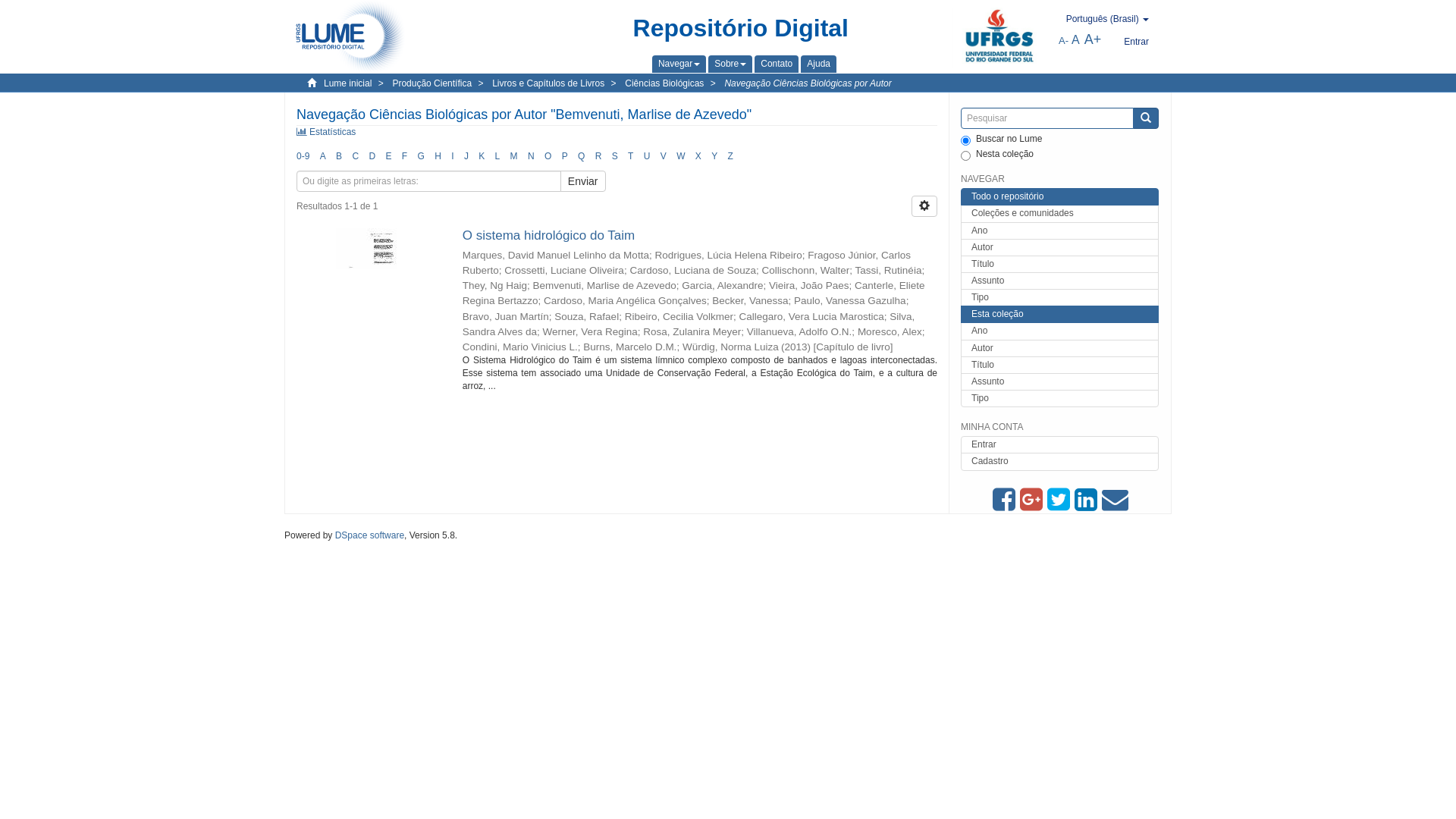 This screenshot has height=819, width=1456. I want to click on 'Assunto', so click(1059, 281).